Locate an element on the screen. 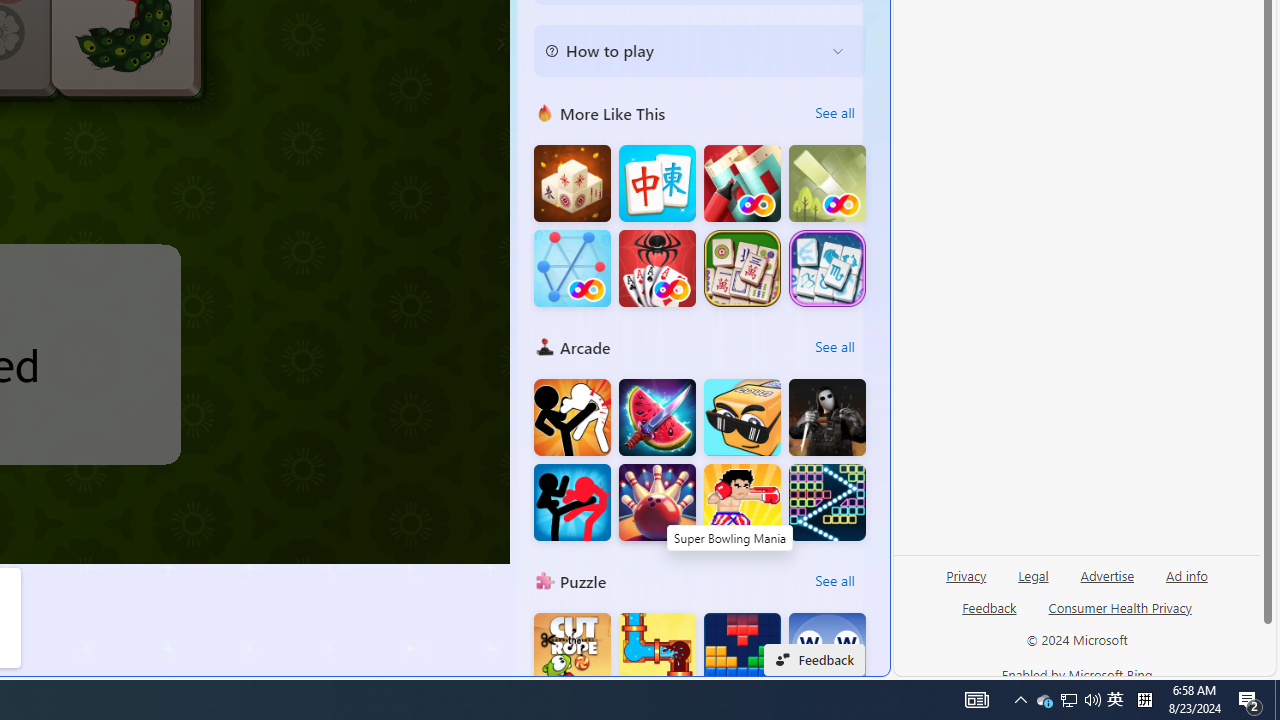 The image size is (1280, 720). 'Daily Mahjong' is located at coordinates (741, 267).